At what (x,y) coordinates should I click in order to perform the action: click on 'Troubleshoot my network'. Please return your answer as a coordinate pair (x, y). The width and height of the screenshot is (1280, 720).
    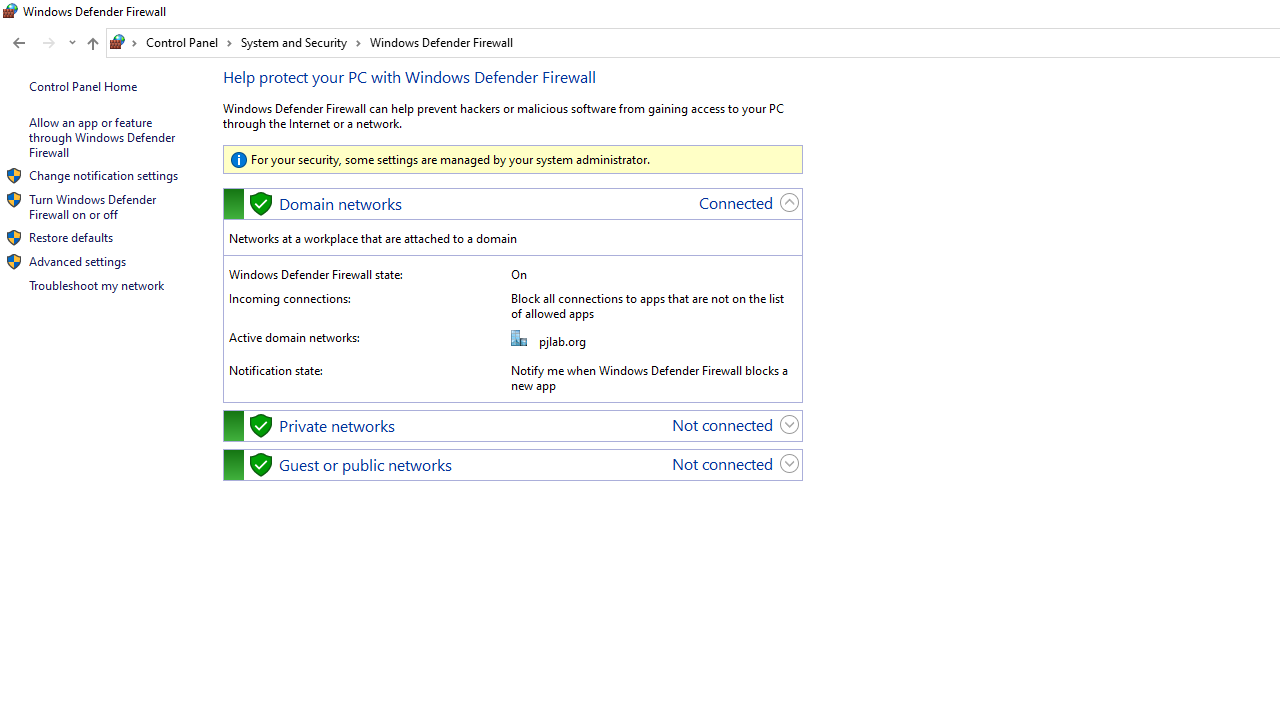
    Looking at the image, I should click on (95, 285).